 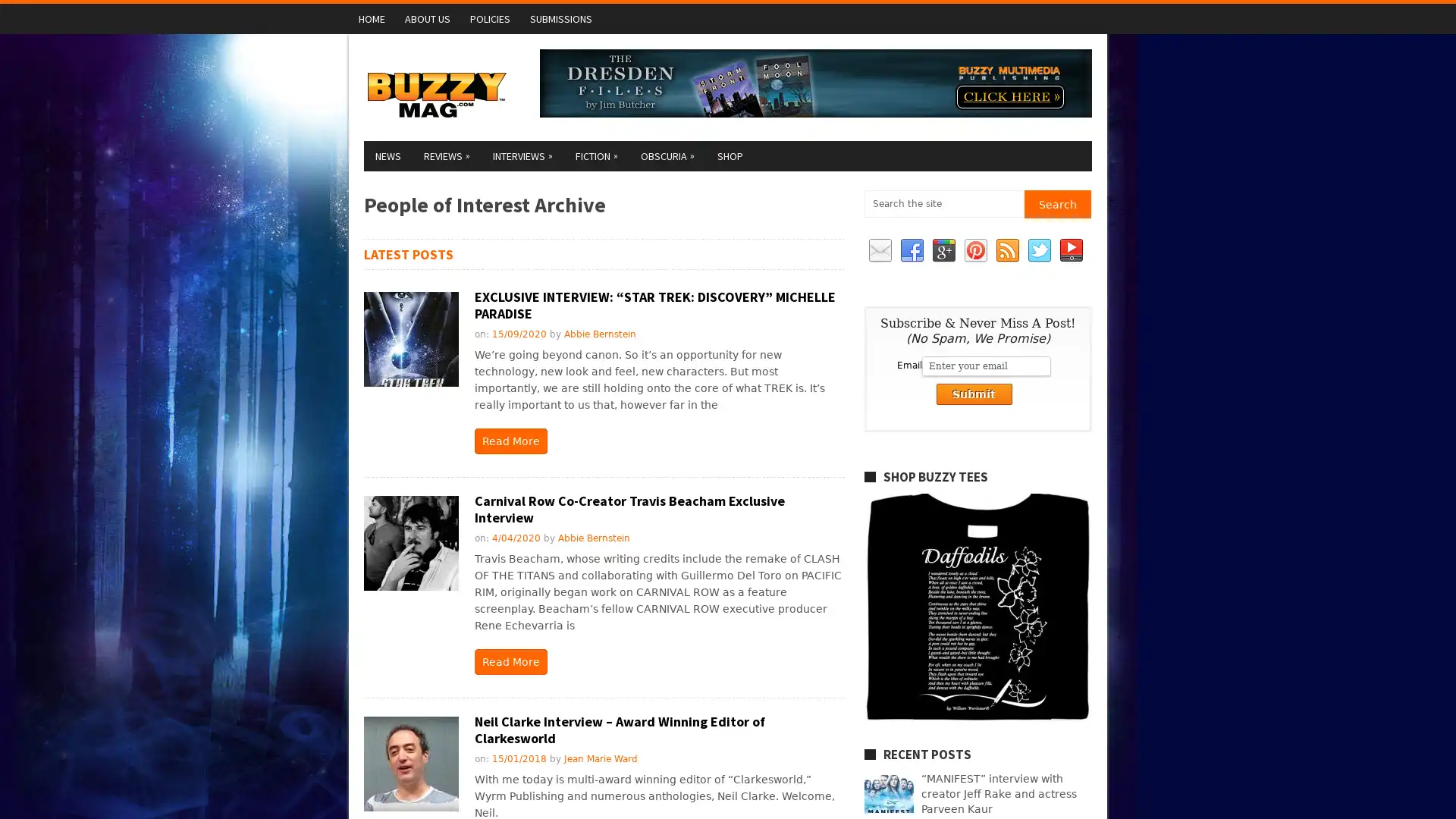 What do you see at coordinates (973, 394) in the screenshot?
I see `Submit` at bounding box center [973, 394].